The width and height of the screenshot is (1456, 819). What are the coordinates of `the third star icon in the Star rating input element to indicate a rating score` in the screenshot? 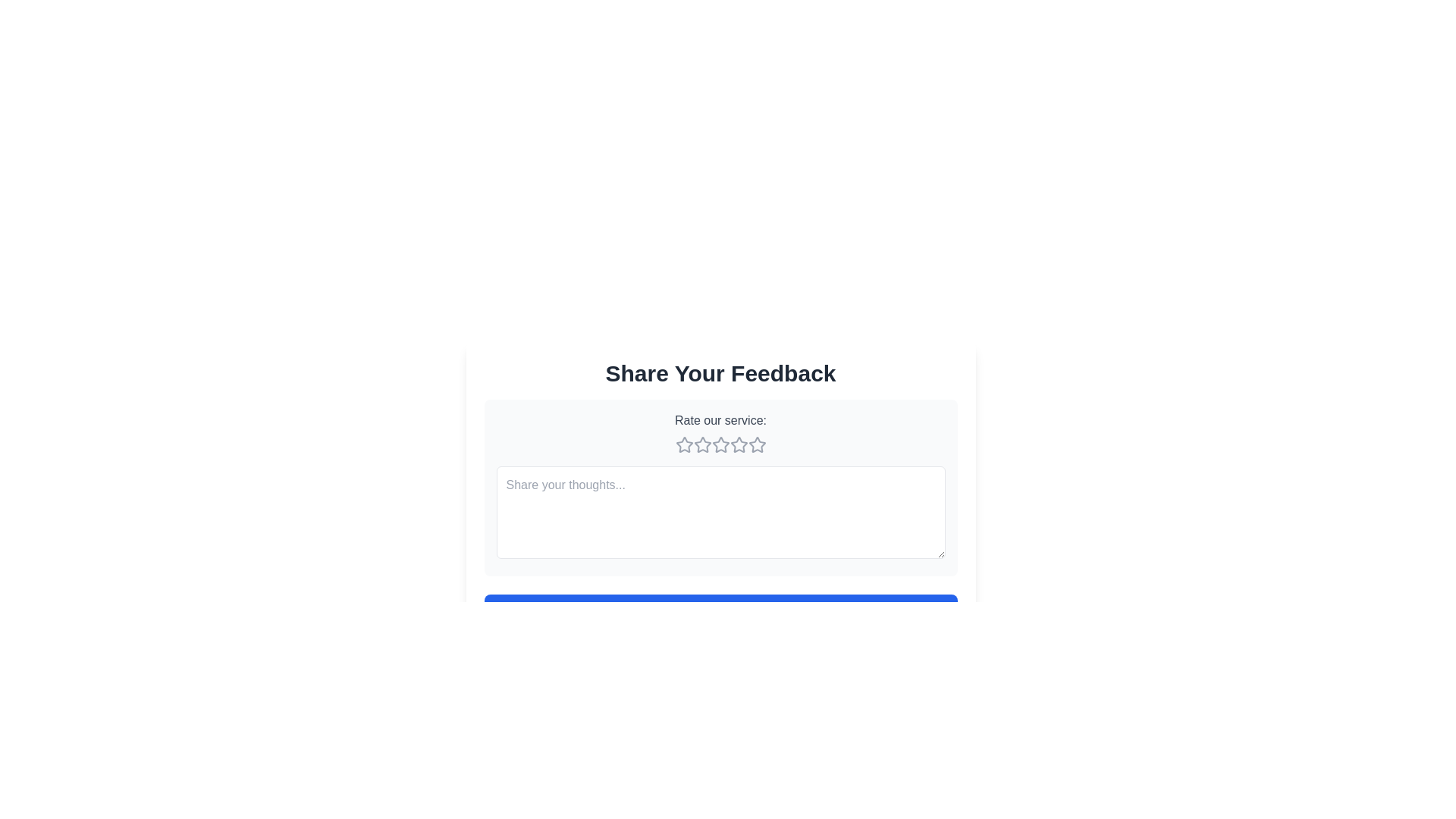 It's located at (720, 444).